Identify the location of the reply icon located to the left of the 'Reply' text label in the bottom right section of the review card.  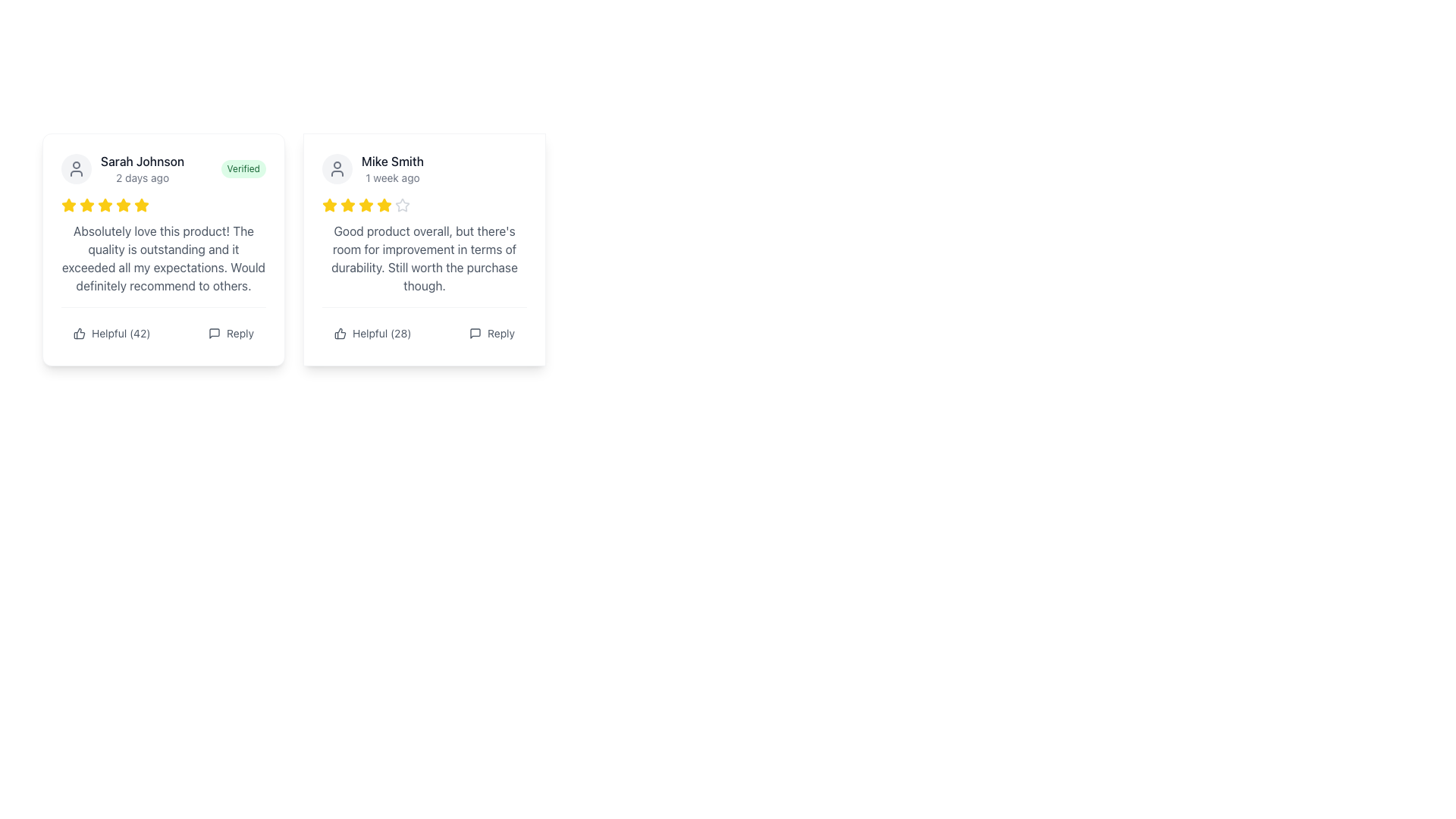
(475, 332).